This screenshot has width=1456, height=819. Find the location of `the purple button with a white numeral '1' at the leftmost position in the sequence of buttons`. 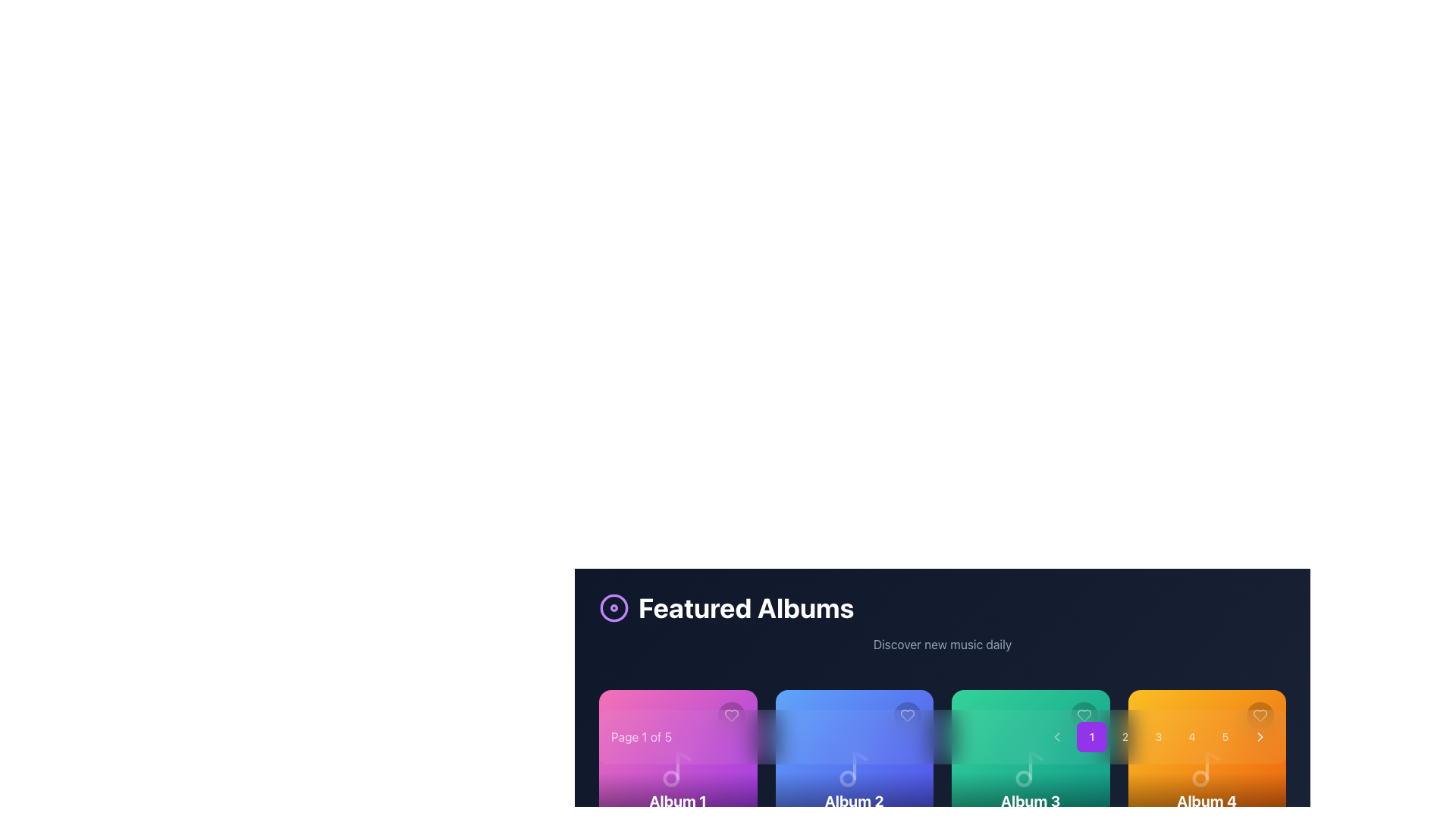

the purple button with a white numeral '1' at the leftmost position in the sequence of buttons is located at coordinates (1092, 736).